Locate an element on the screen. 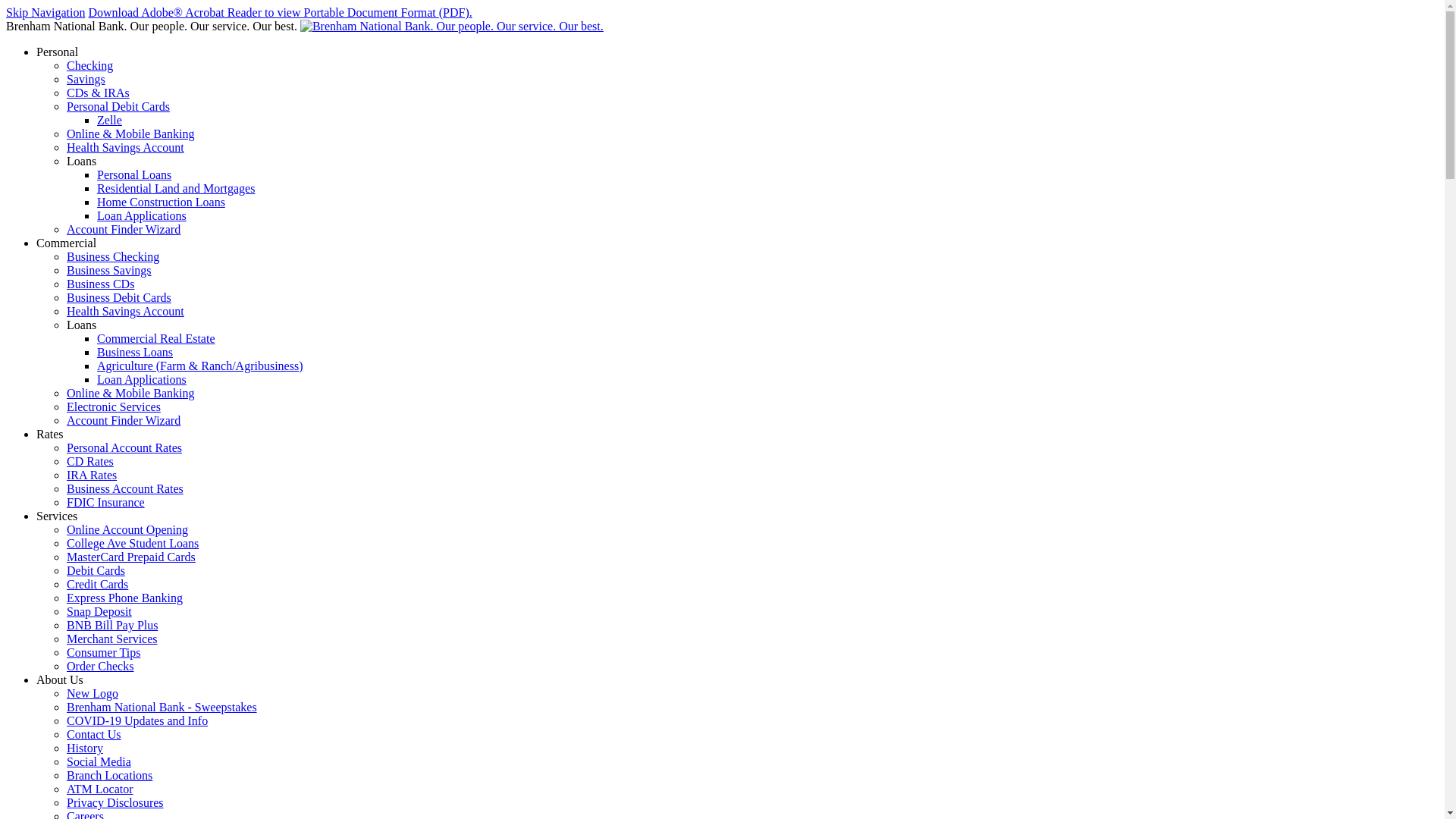 The width and height of the screenshot is (1456, 819). 'Agriculture (Farm & Ranch/Agribusiness)' is located at coordinates (199, 366).